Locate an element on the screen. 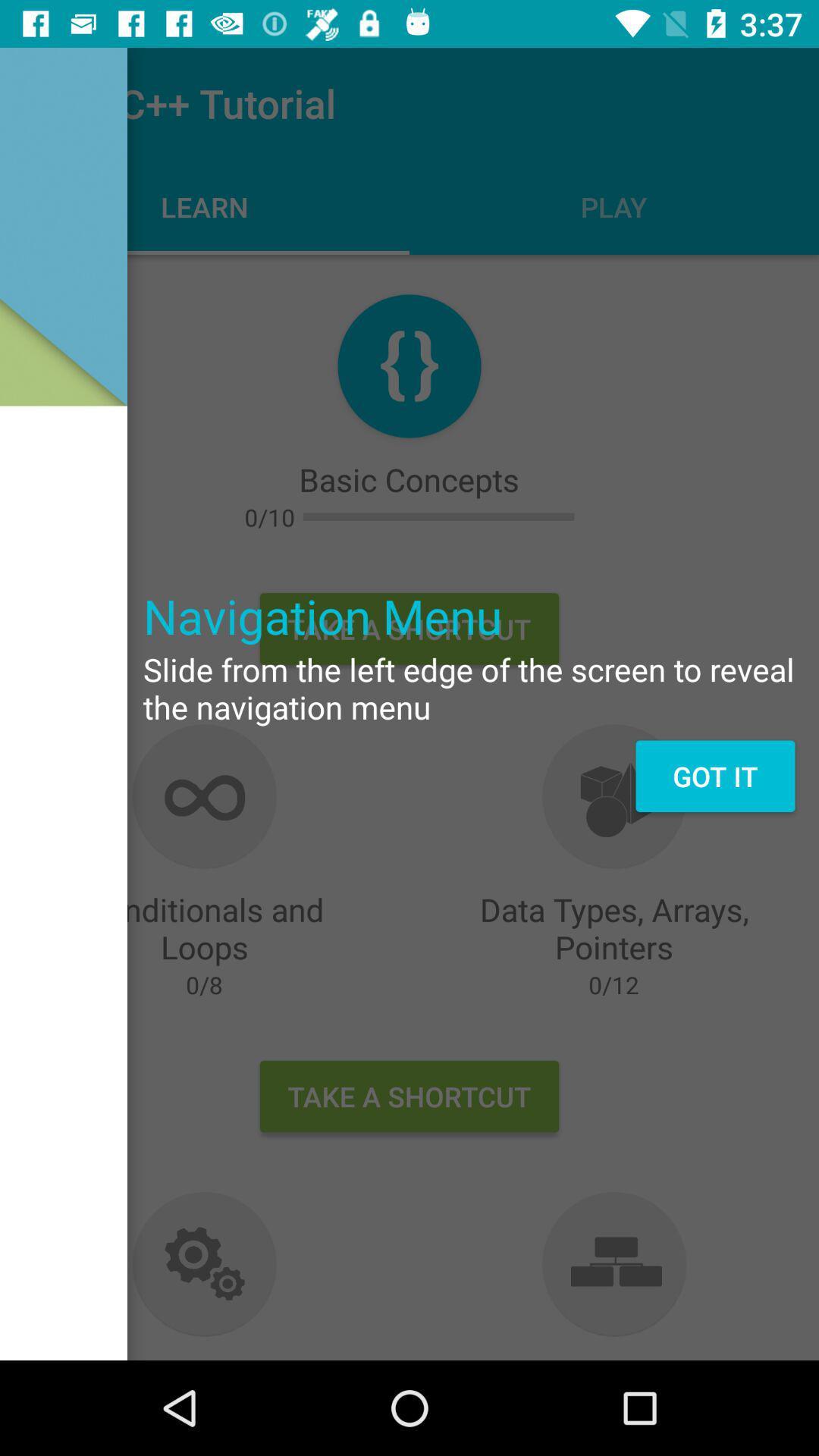 This screenshot has width=819, height=1456. item below the slide from the is located at coordinates (715, 776).